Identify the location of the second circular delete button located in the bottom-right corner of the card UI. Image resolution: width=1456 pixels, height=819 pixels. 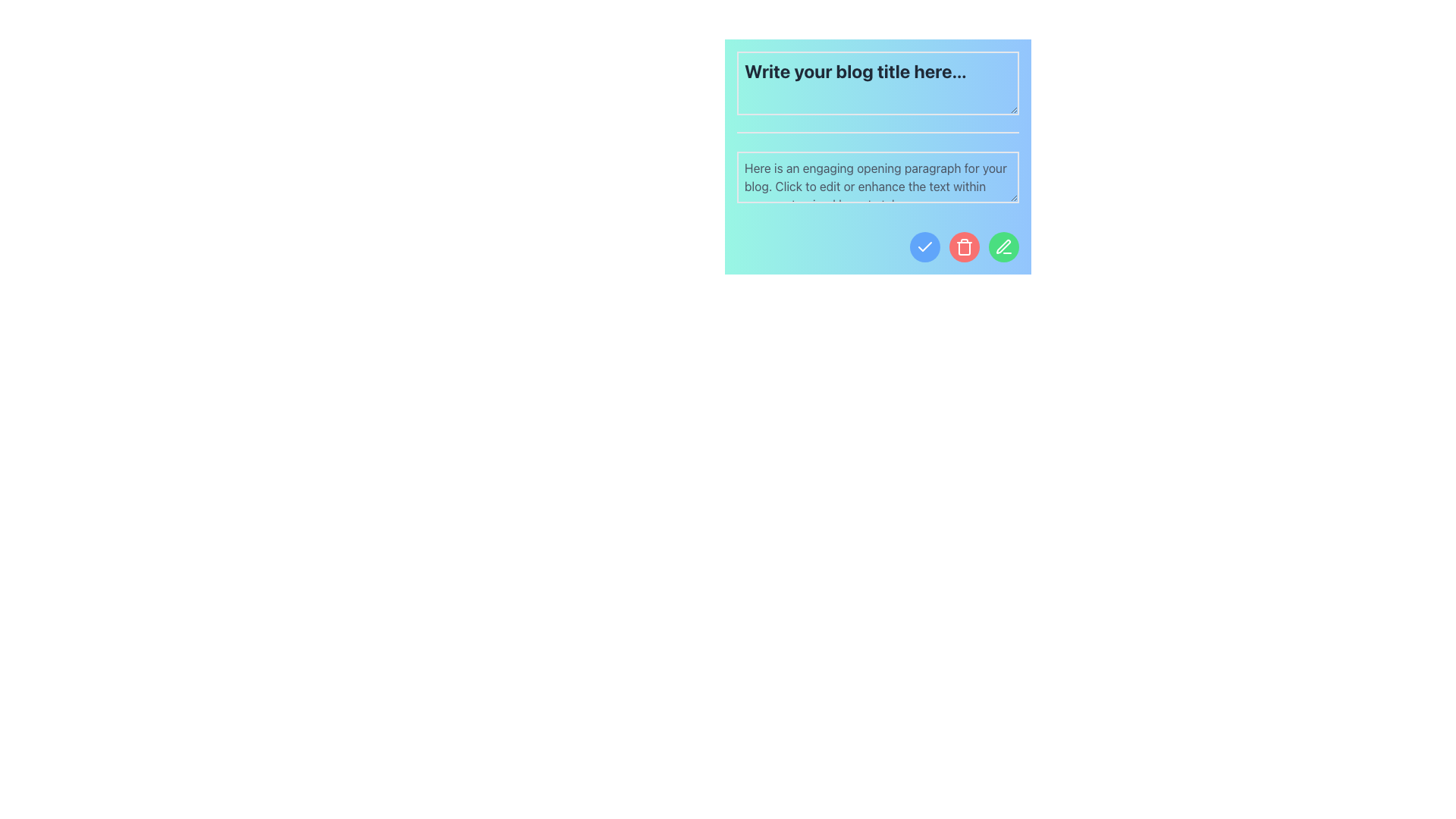
(964, 246).